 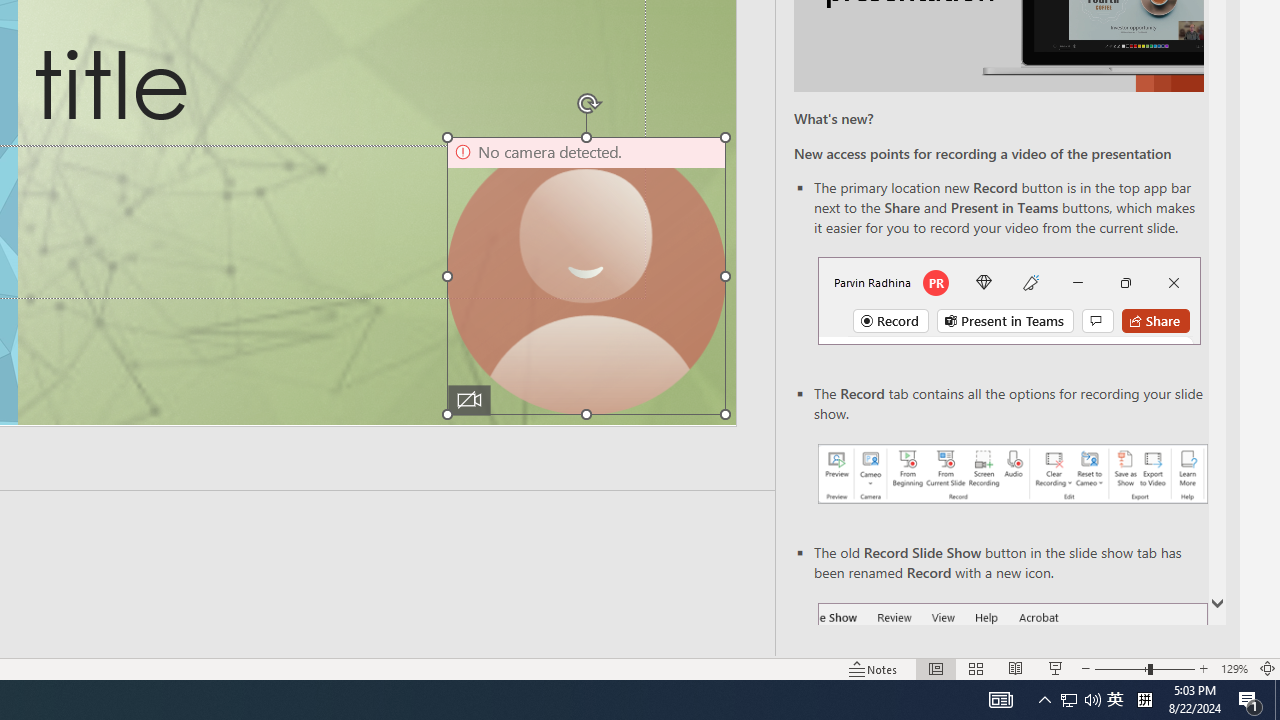 I want to click on 'Zoom In', so click(x=1203, y=669).